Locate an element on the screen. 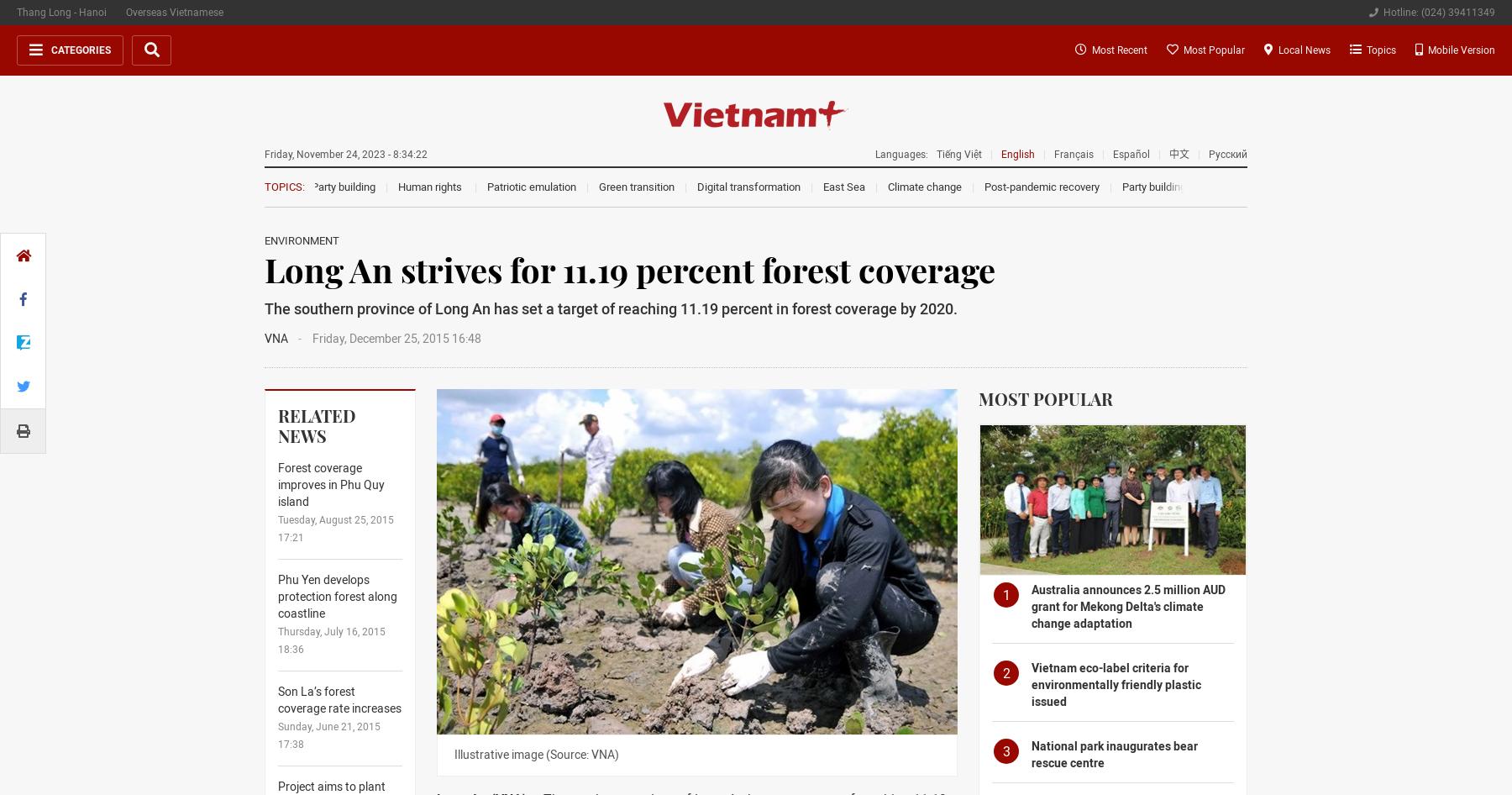 Image resolution: width=1512 pixels, height=795 pixels. 'Phu Yen develops protection forest along coastline' is located at coordinates (337, 596).